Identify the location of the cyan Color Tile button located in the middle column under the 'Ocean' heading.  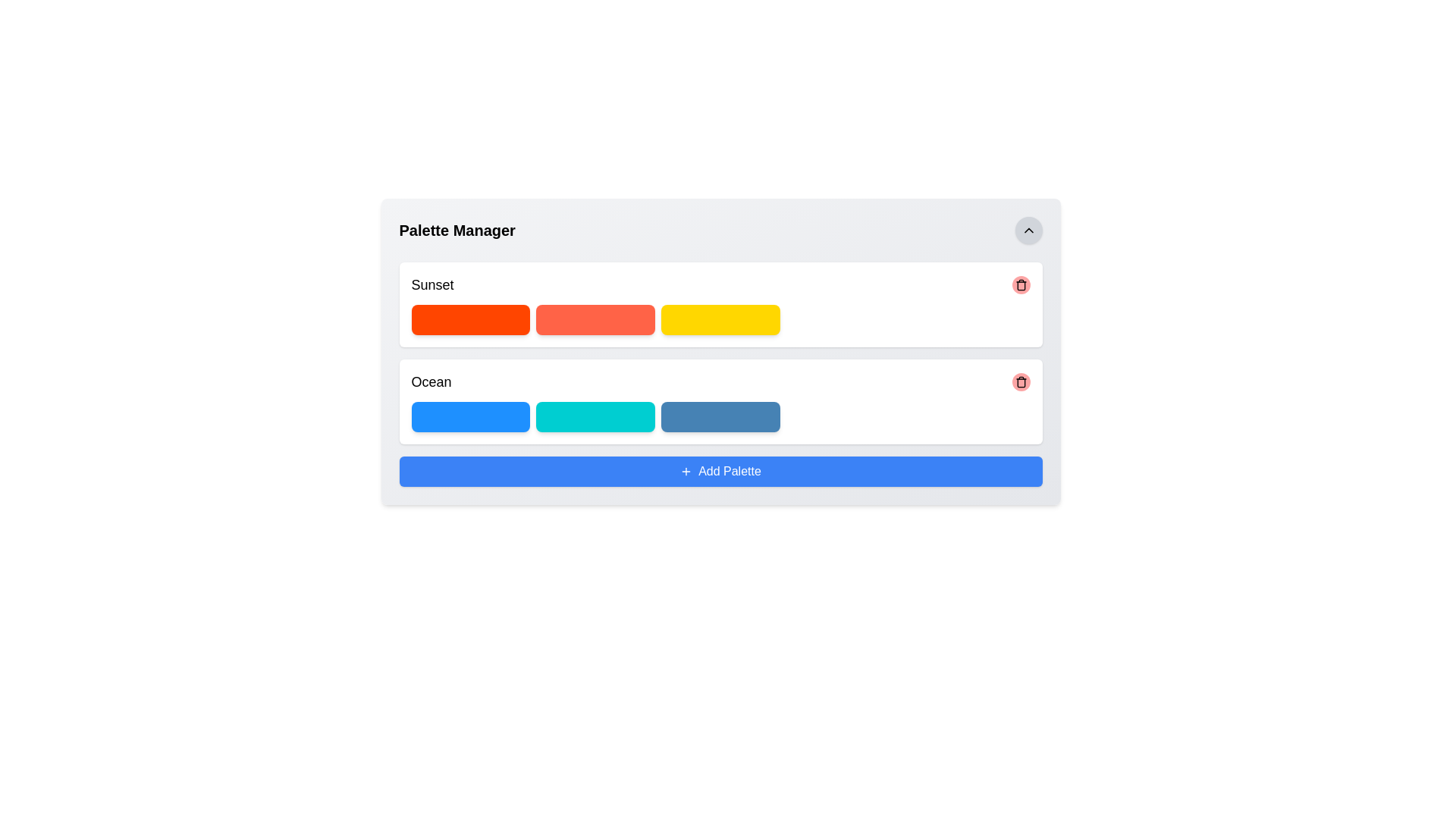
(595, 417).